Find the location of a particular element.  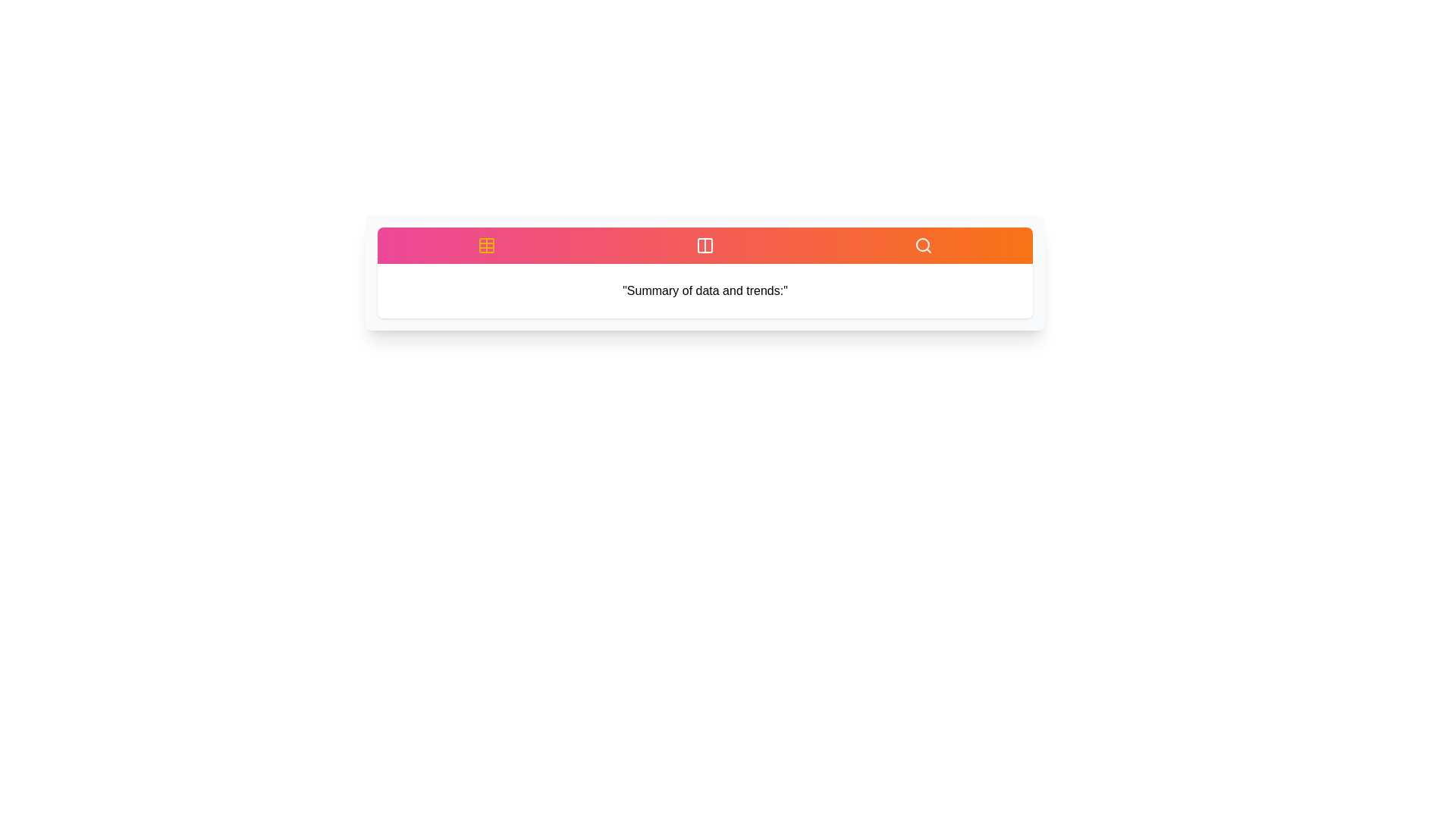

the tab with the ID search is located at coordinates (923, 245).